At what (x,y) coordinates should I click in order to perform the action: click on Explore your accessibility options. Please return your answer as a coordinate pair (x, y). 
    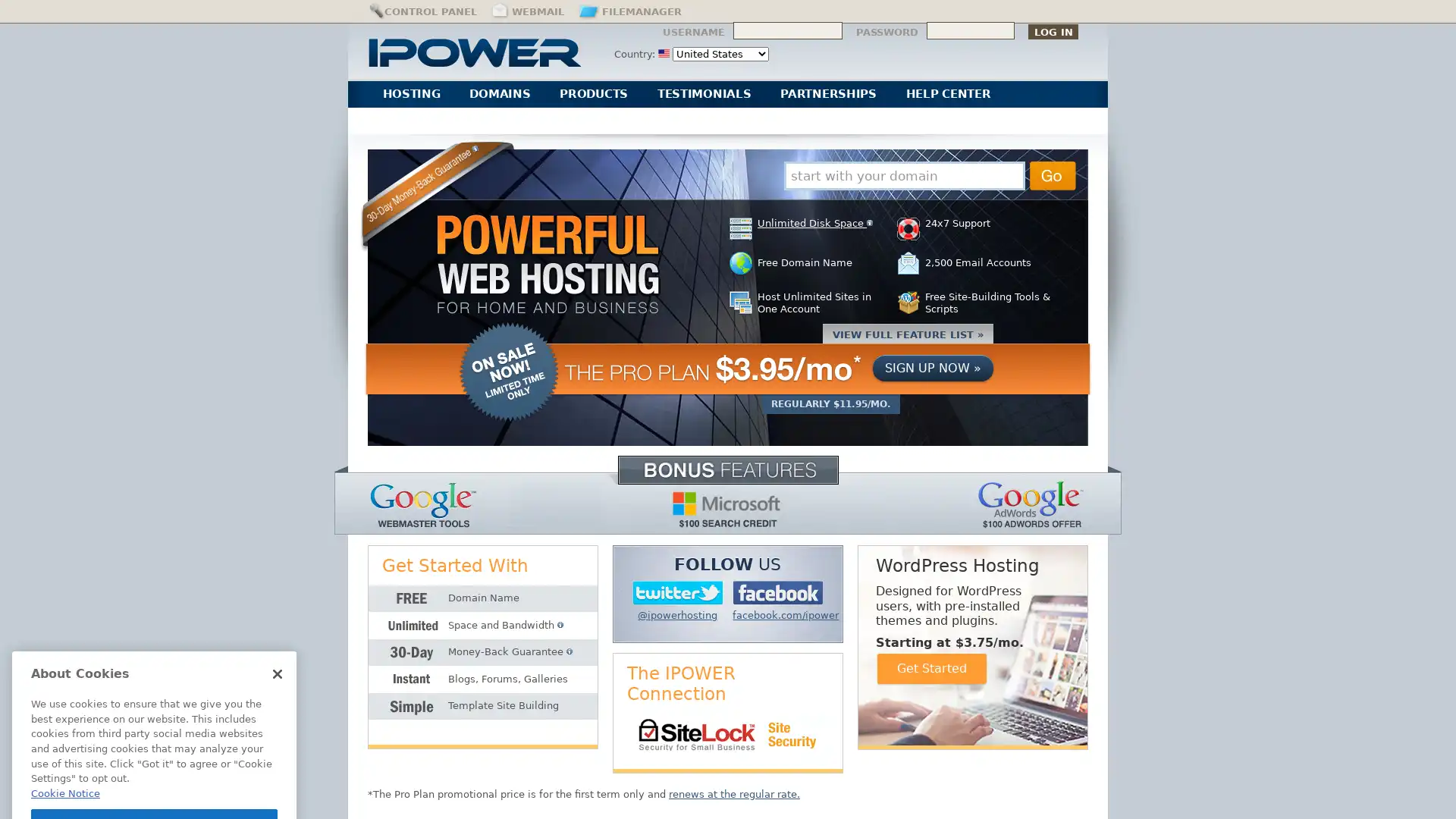
    Looking at the image, I should click on (1430, 742).